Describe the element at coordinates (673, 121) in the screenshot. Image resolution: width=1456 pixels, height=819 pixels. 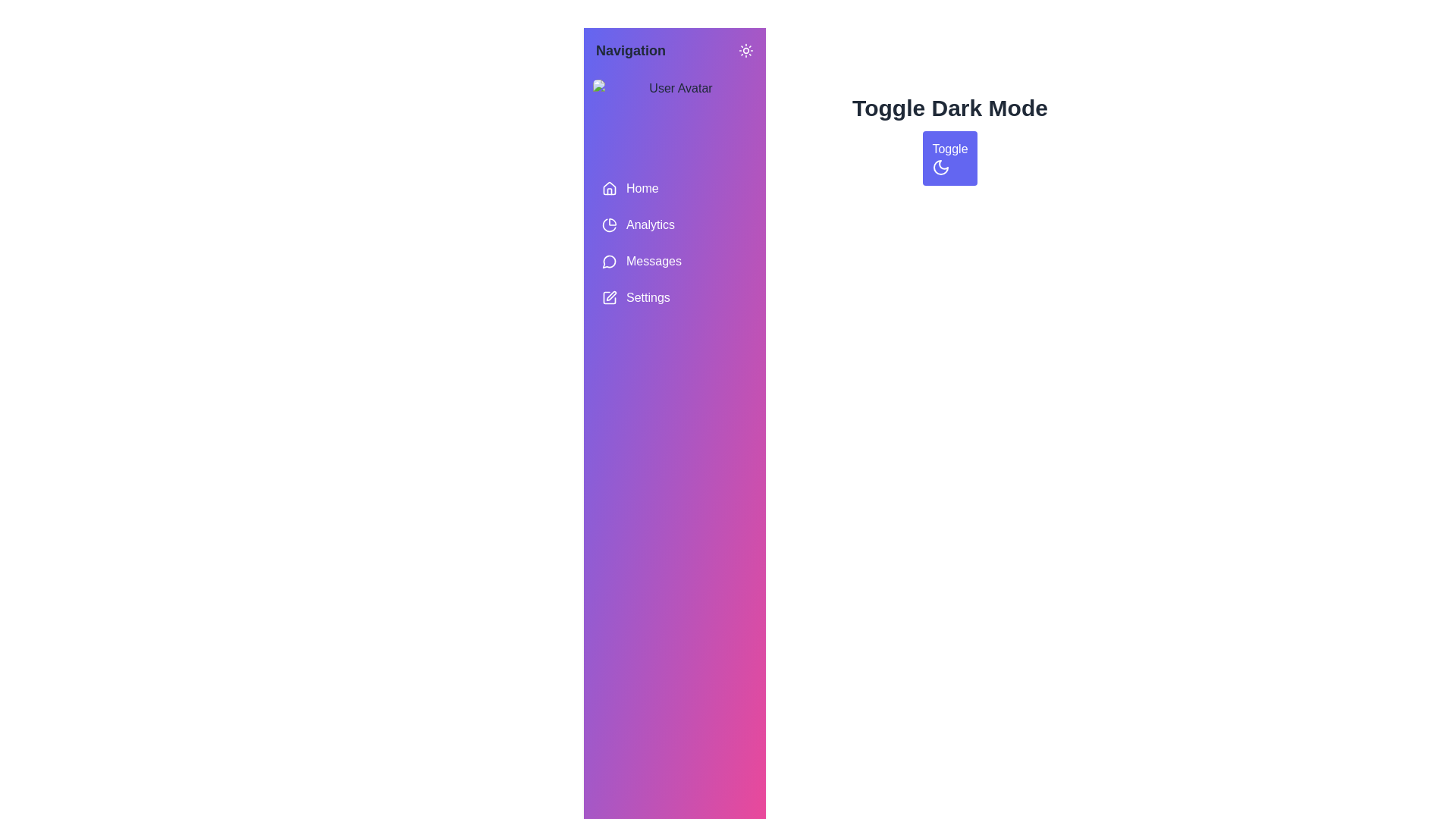
I see `the user avatar image in the sidebar` at that location.